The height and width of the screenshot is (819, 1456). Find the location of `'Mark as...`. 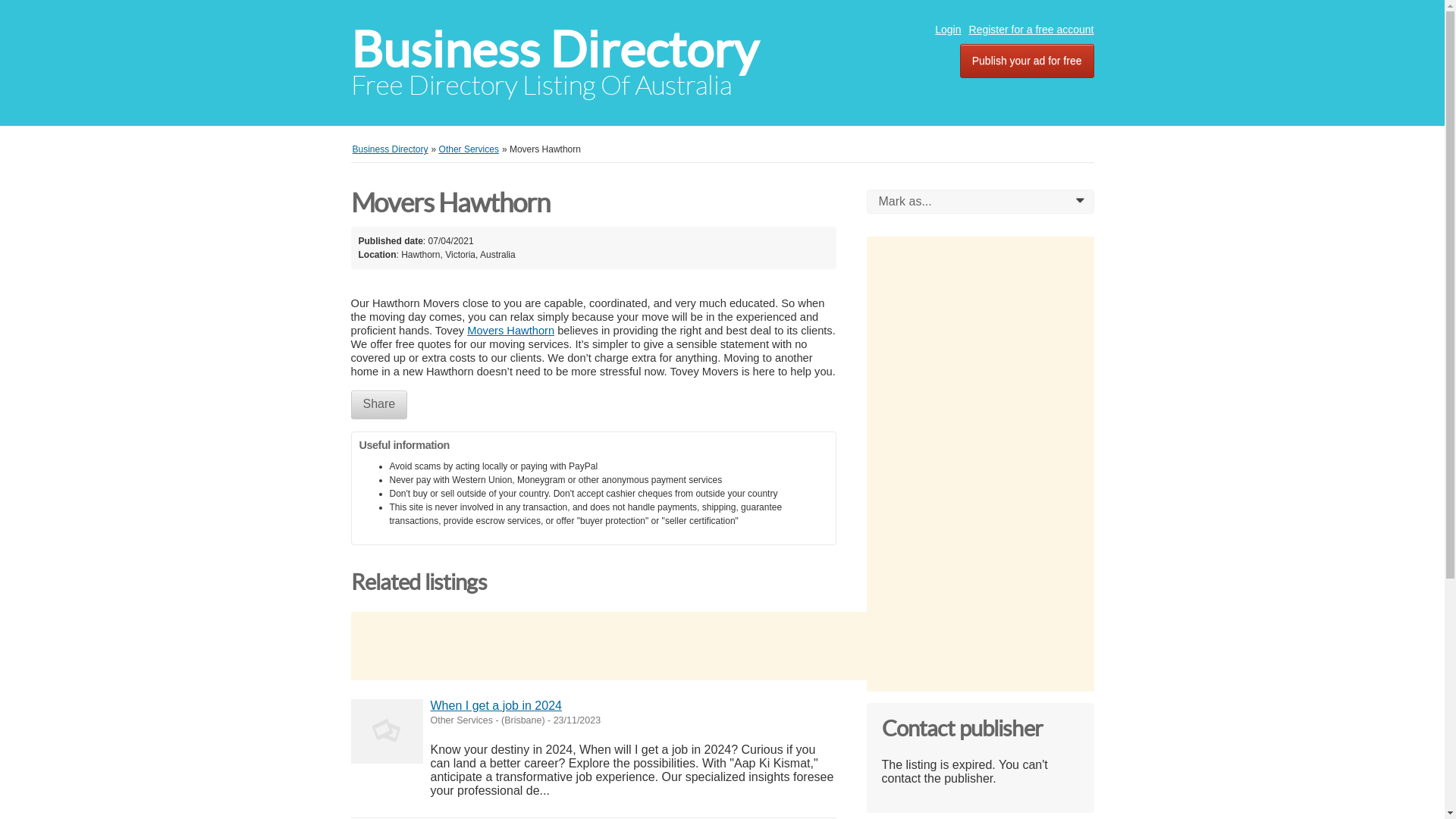

'Mark as... is located at coordinates (979, 201).